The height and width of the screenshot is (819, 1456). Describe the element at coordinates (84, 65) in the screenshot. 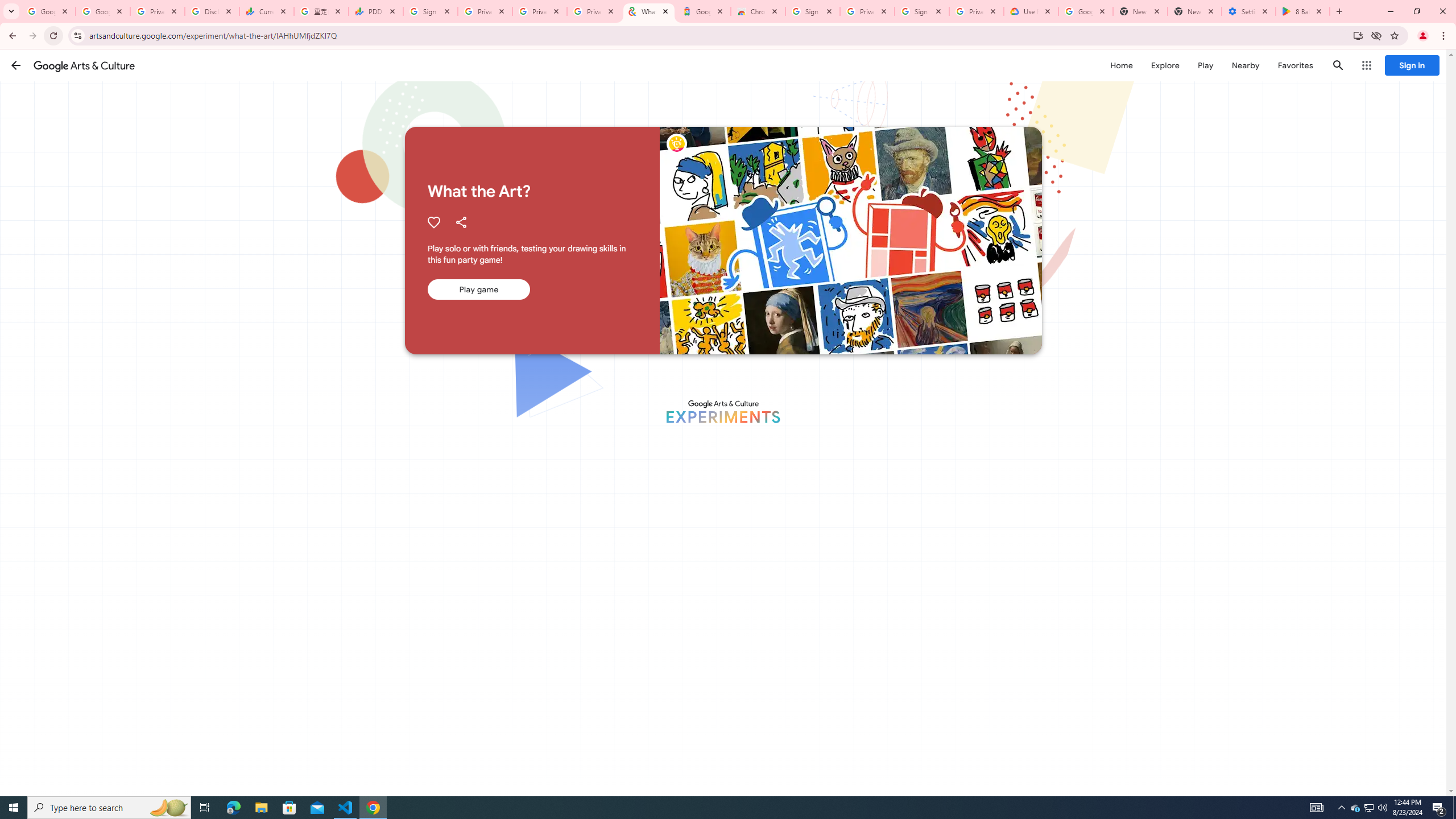

I see `'Google Arts & Culture'` at that location.